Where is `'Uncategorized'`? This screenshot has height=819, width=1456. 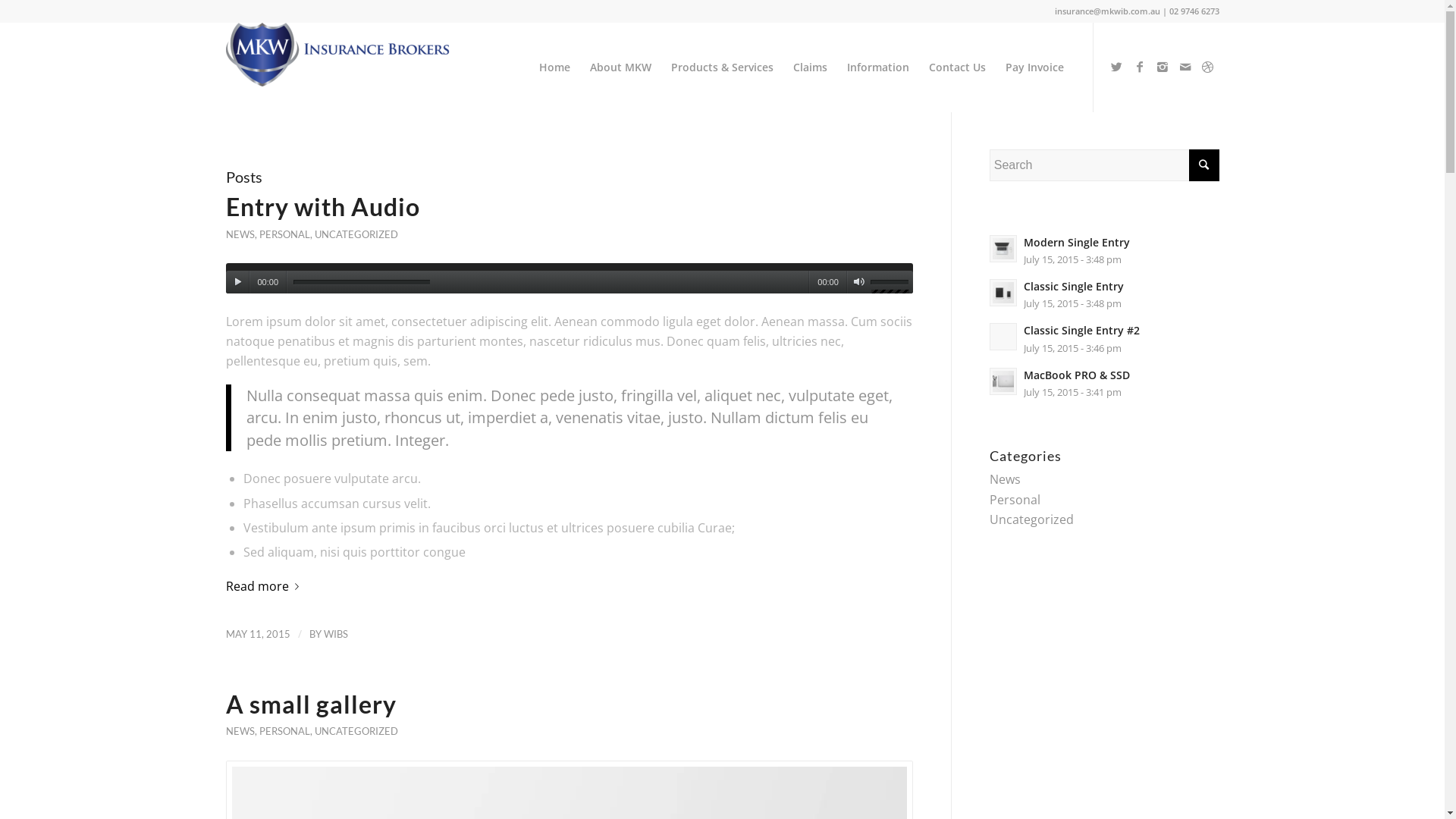
'Uncategorized' is located at coordinates (990, 519).